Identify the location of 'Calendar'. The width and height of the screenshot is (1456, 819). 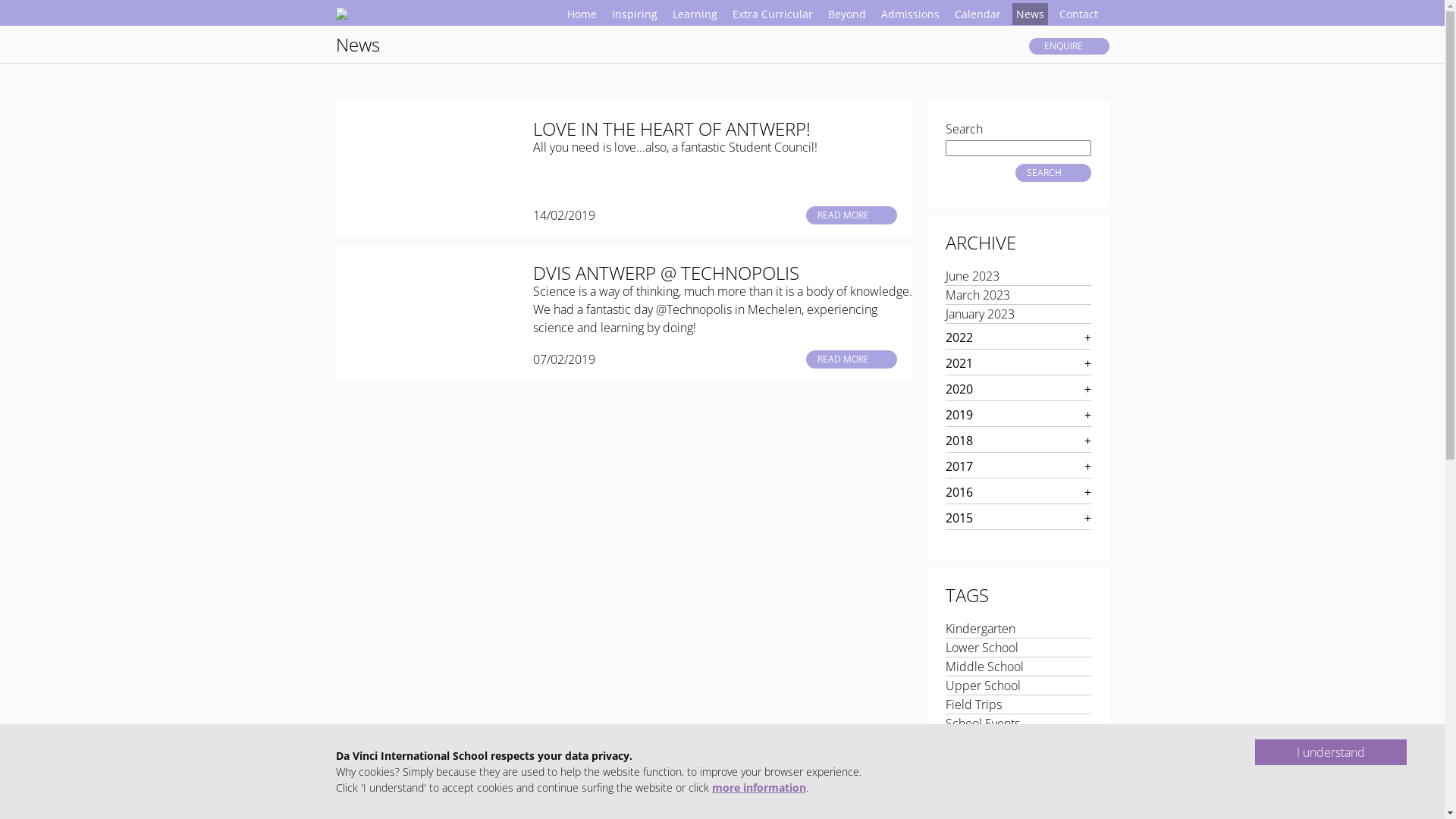
(977, 14).